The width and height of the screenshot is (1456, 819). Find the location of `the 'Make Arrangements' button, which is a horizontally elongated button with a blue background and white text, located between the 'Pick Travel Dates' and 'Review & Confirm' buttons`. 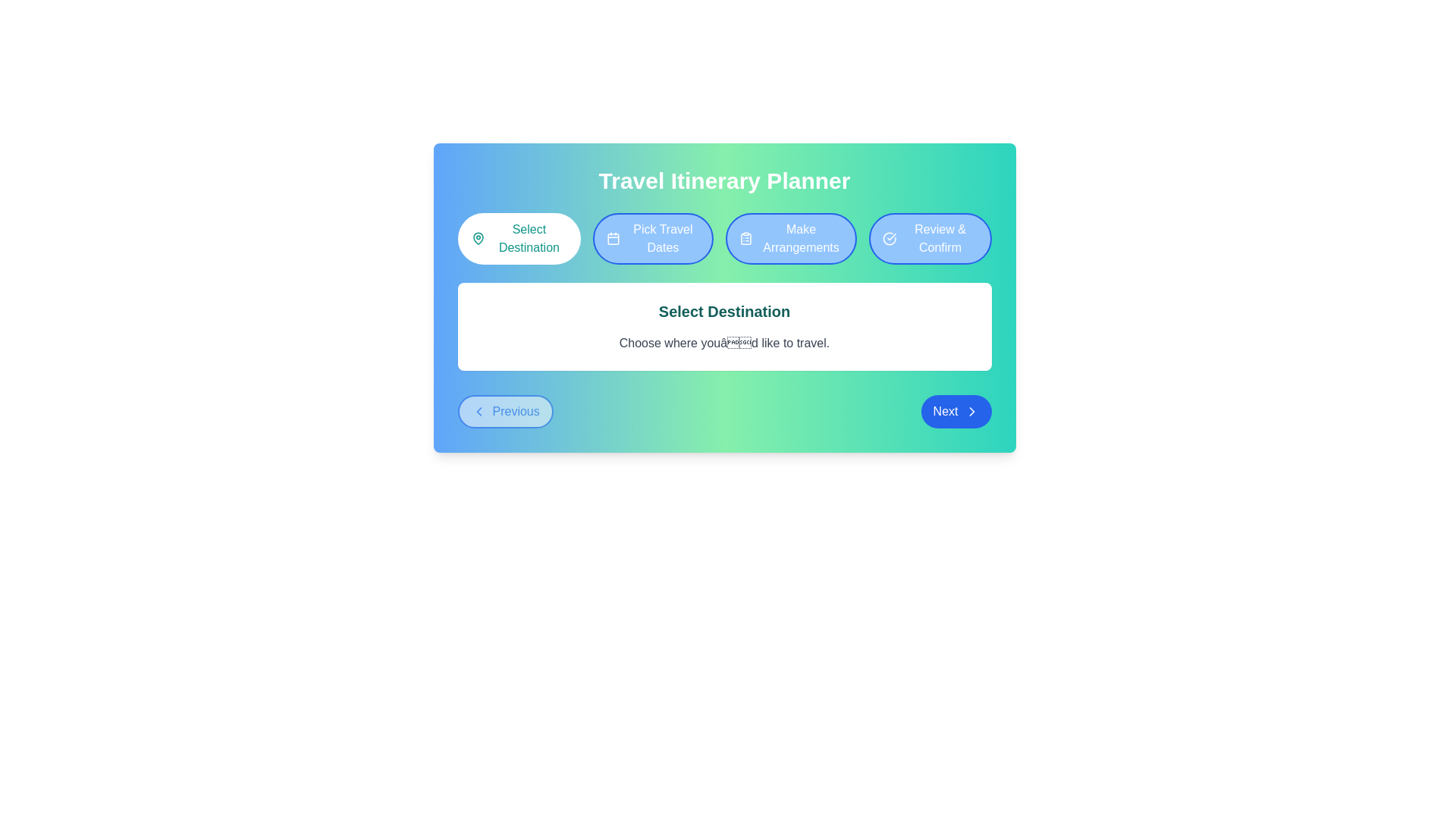

the 'Make Arrangements' button, which is a horizontally elongated button with a blue background and white text, located between the 'Pick Travel Dates' and 'Review & Confirm' buttons is located at coordinates (790, 239).